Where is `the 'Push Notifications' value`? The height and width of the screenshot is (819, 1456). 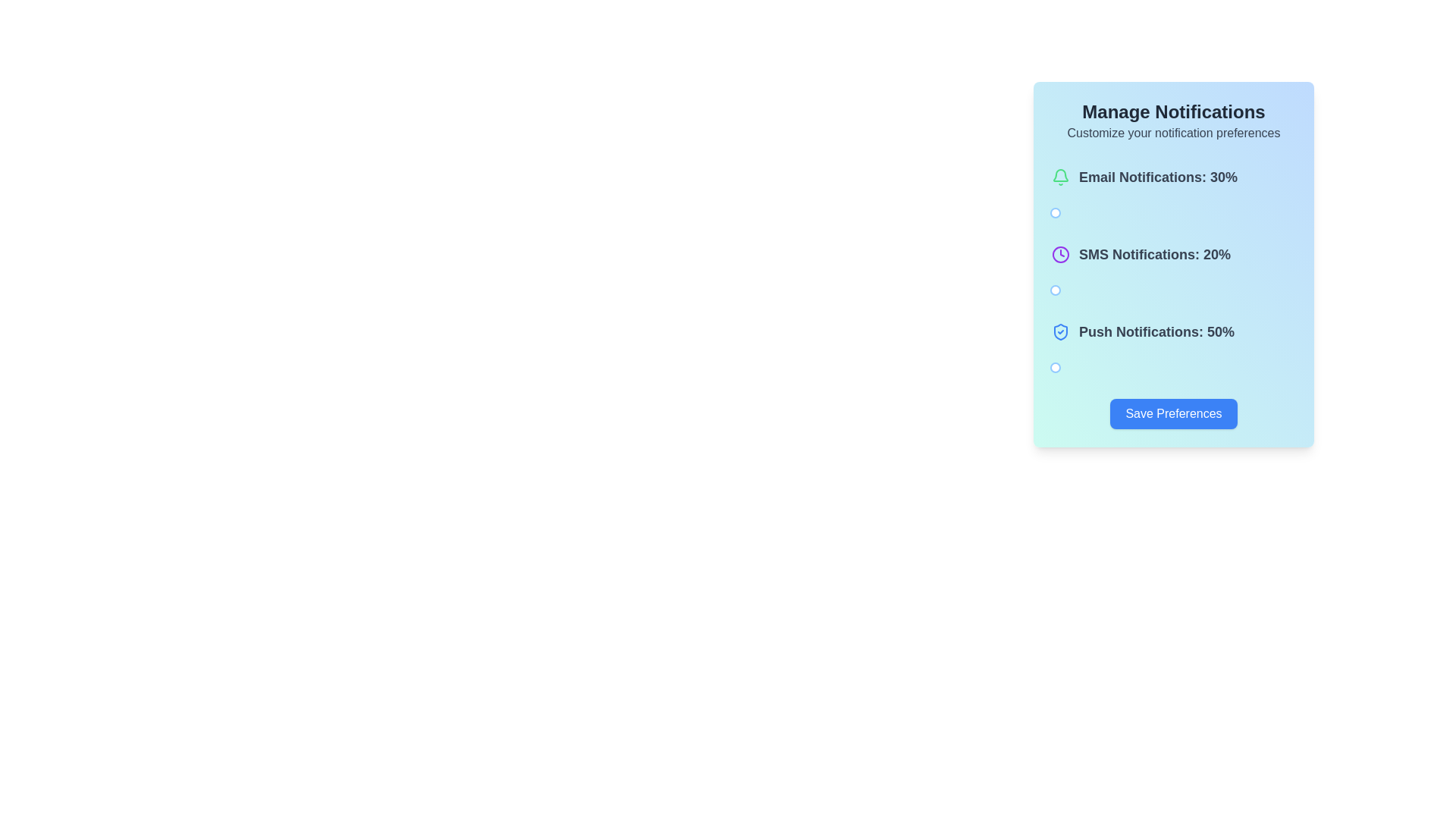
the 'Push Notifications' value is located at coordinates (1037, 368).